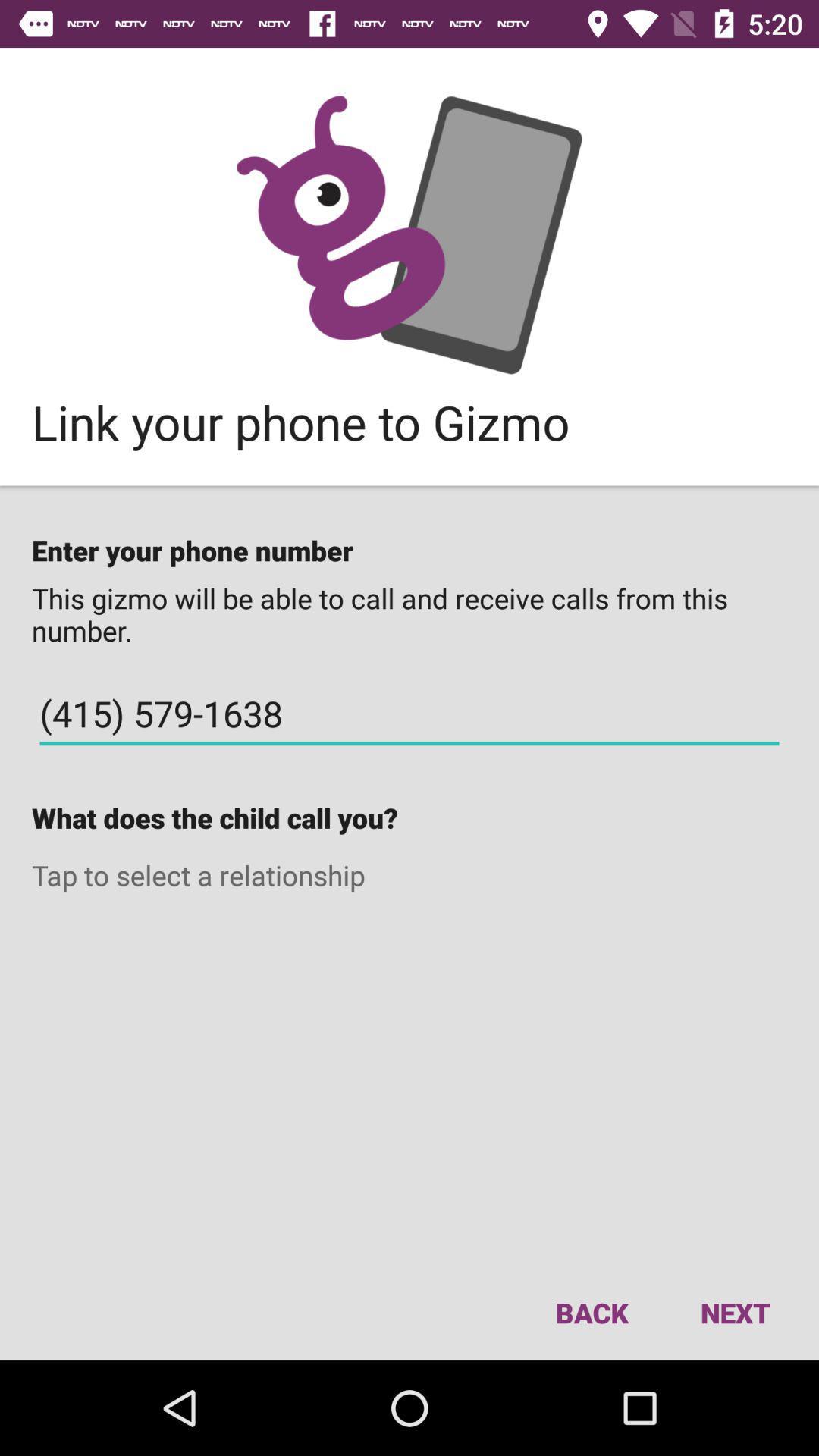  Describe the element at coordinates (734, 1312) in the screenshot. I see `the icon next to back item` at that location.